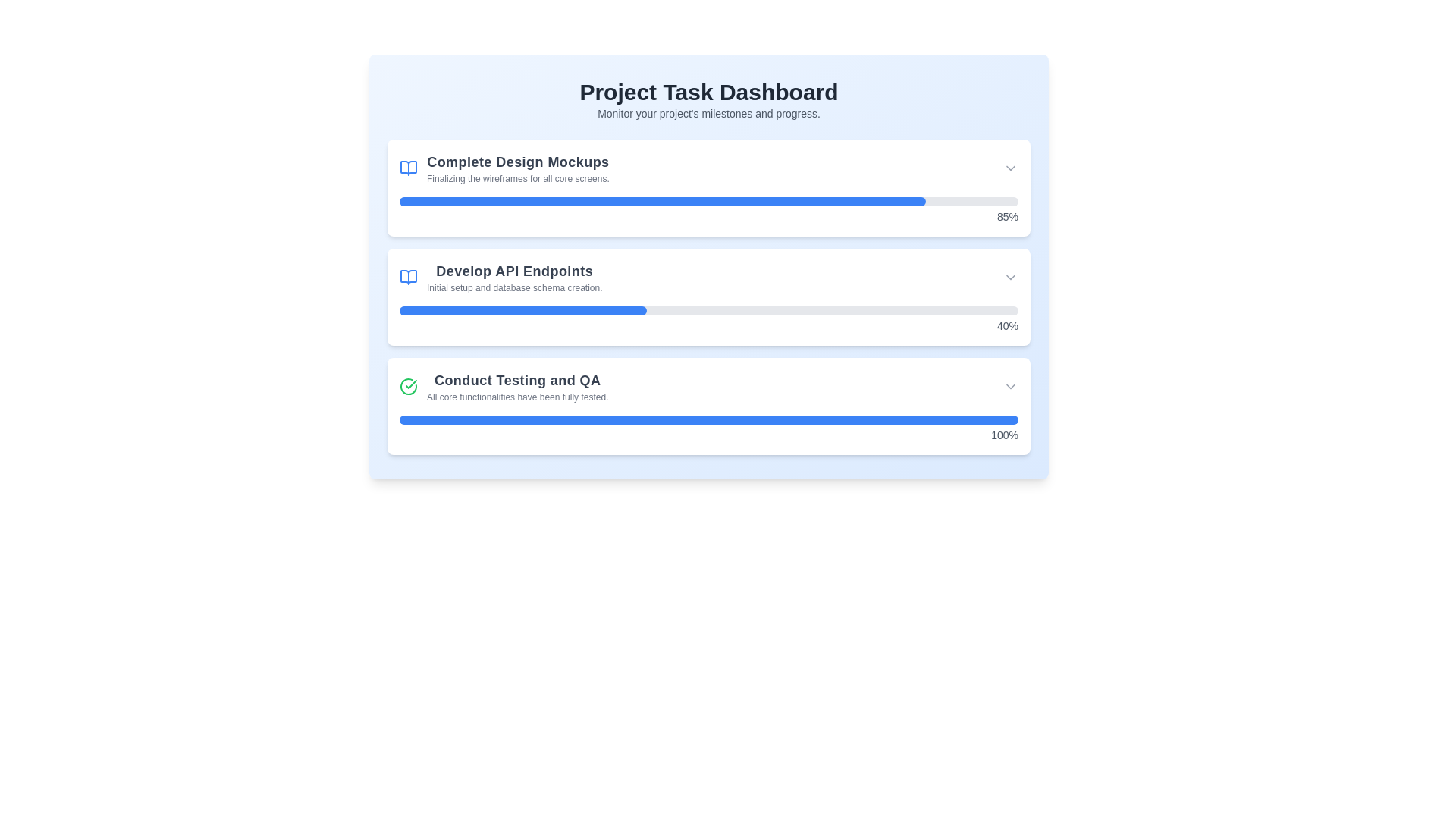 This screenshot has height=819, width=1456. What do you see at coordinates (408, 278) in the screenshot?
I see `the decorative icon representing the 'Complete Design Mockups' task in the project task dashboard, located to the left of the corresponding text` at bounding box center [408, 278].